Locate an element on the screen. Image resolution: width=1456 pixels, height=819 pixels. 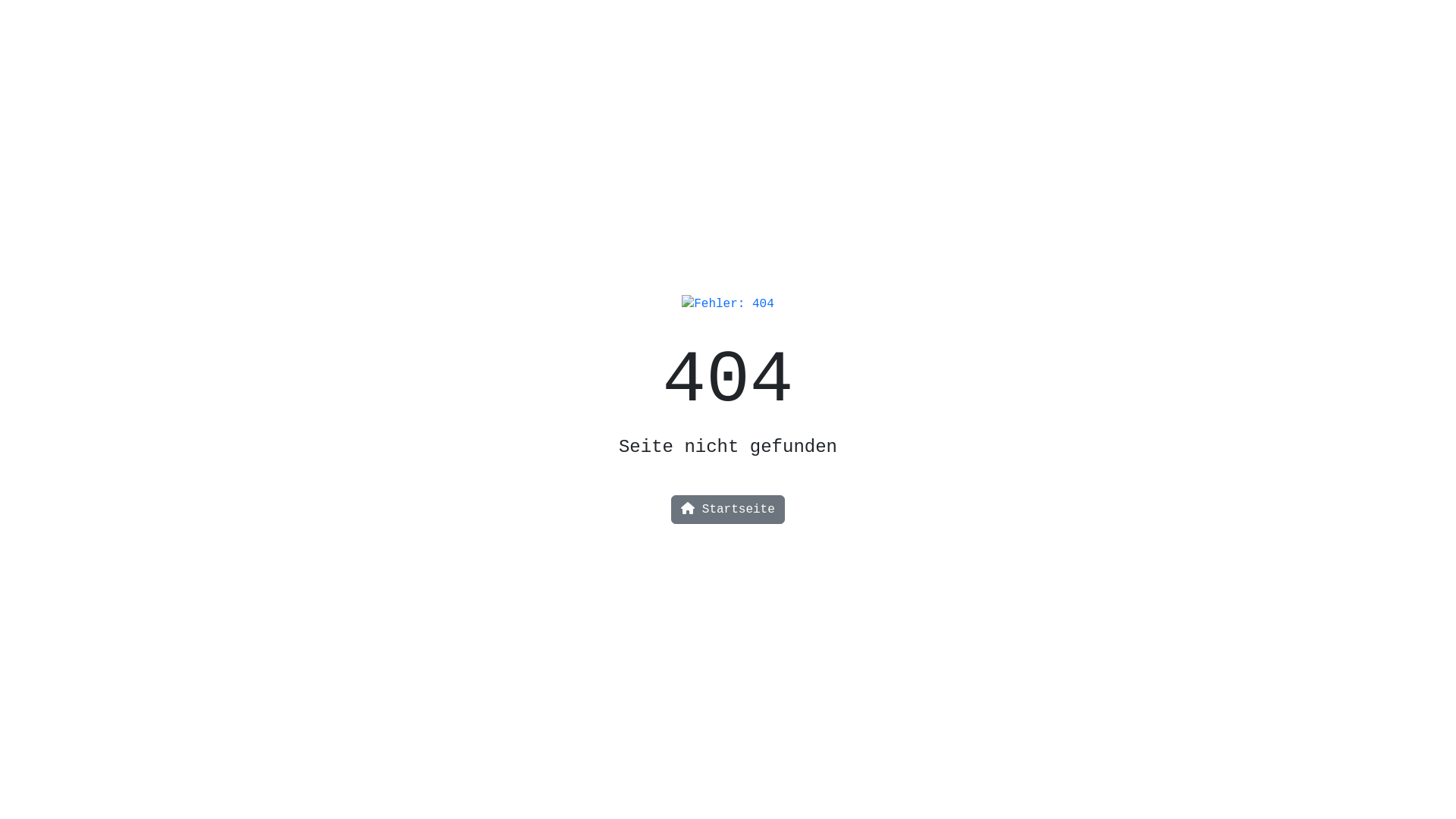
'Startseite' is located at coordinates (728, 509).